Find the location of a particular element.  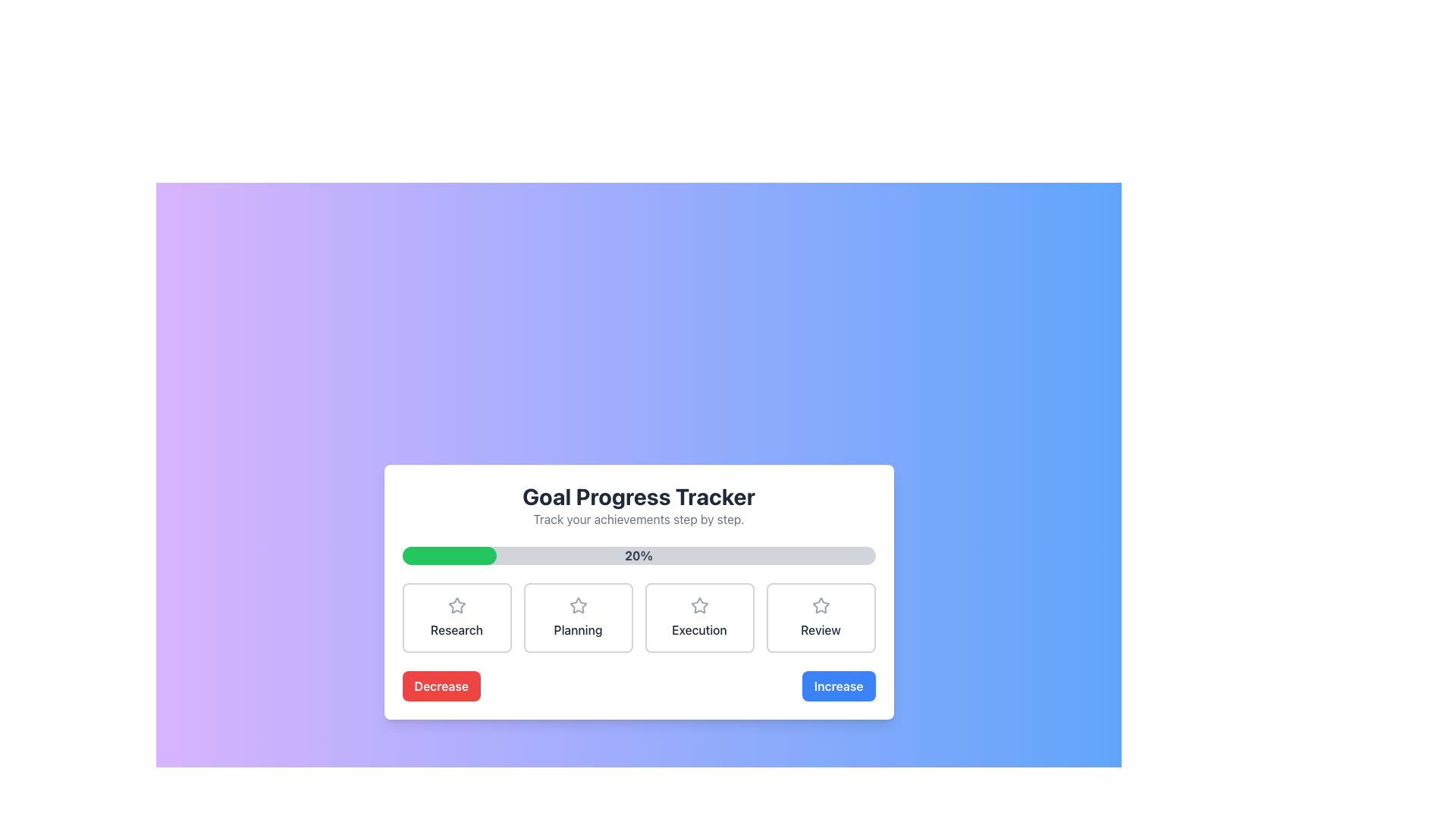

the five-pointed star icon styled with an outlined design, located within the 'Review' card in the bottom right corner of the grid is located at coordinates (820, 604).